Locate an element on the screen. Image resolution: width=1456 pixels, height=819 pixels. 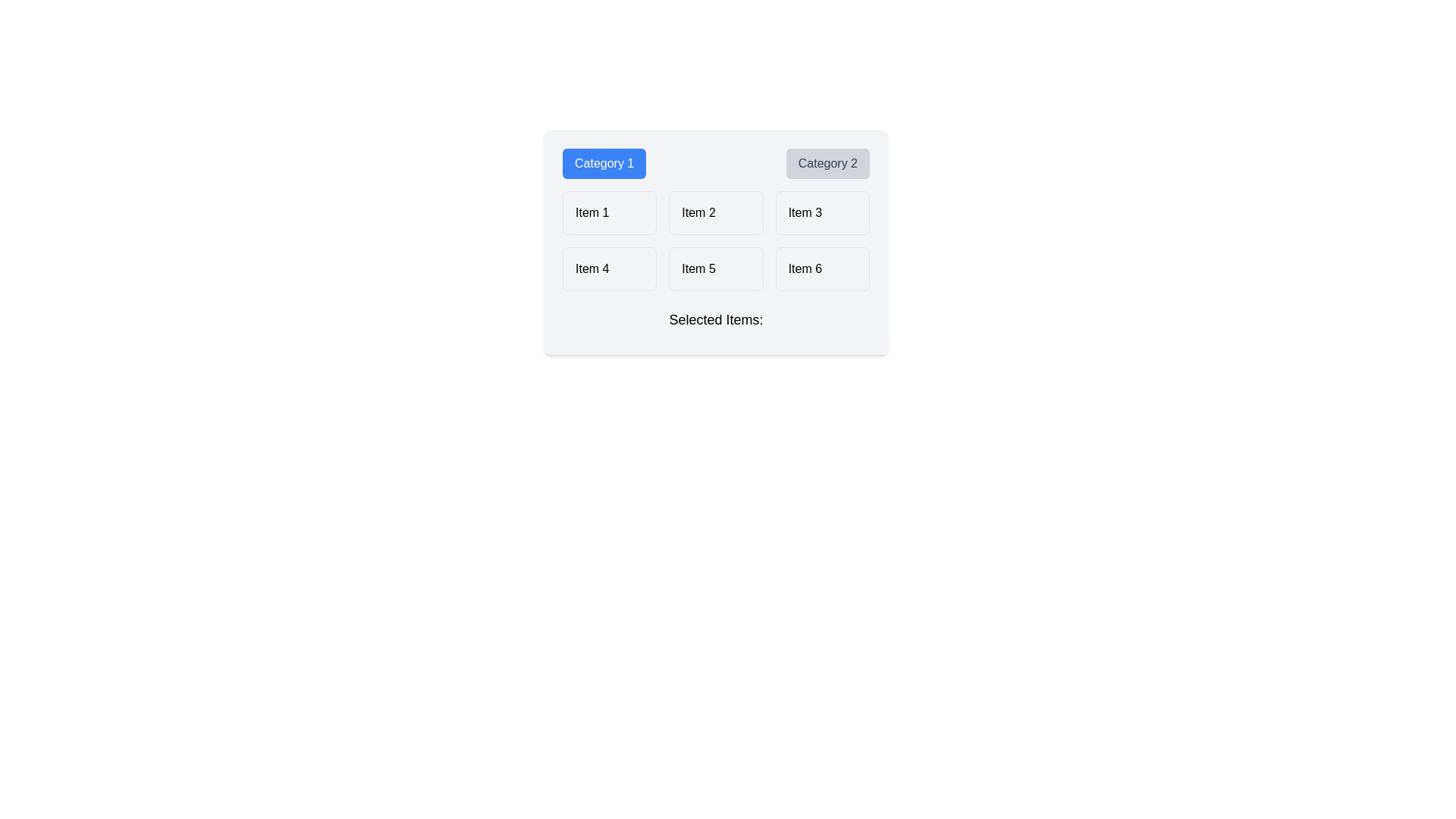
the static text within the button that indicates 'Item 3', which is centered in the right column under the 'Category 2' header is located at coordinates (804, 213).